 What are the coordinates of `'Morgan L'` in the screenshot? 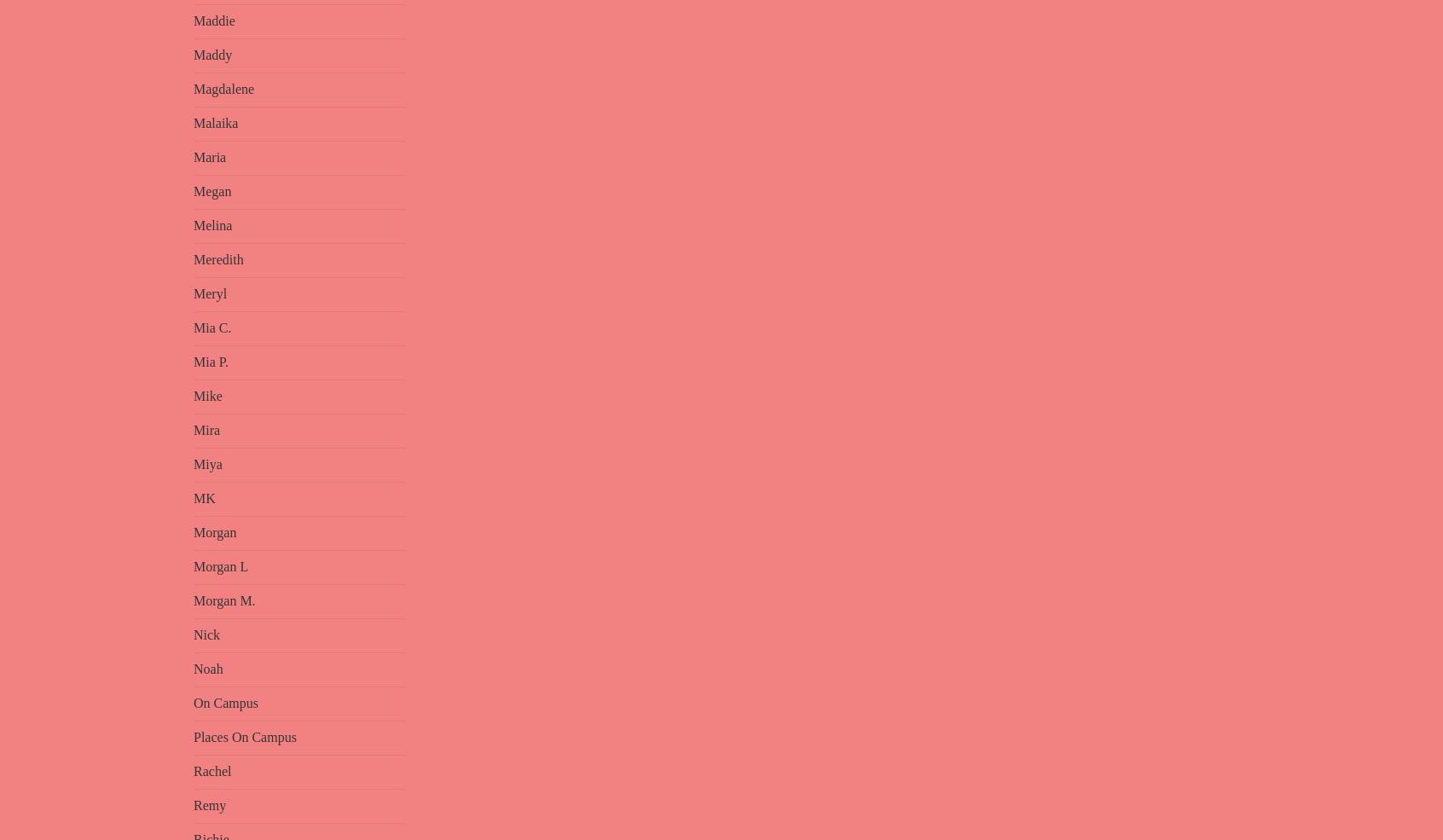 It's located at (194, 565).